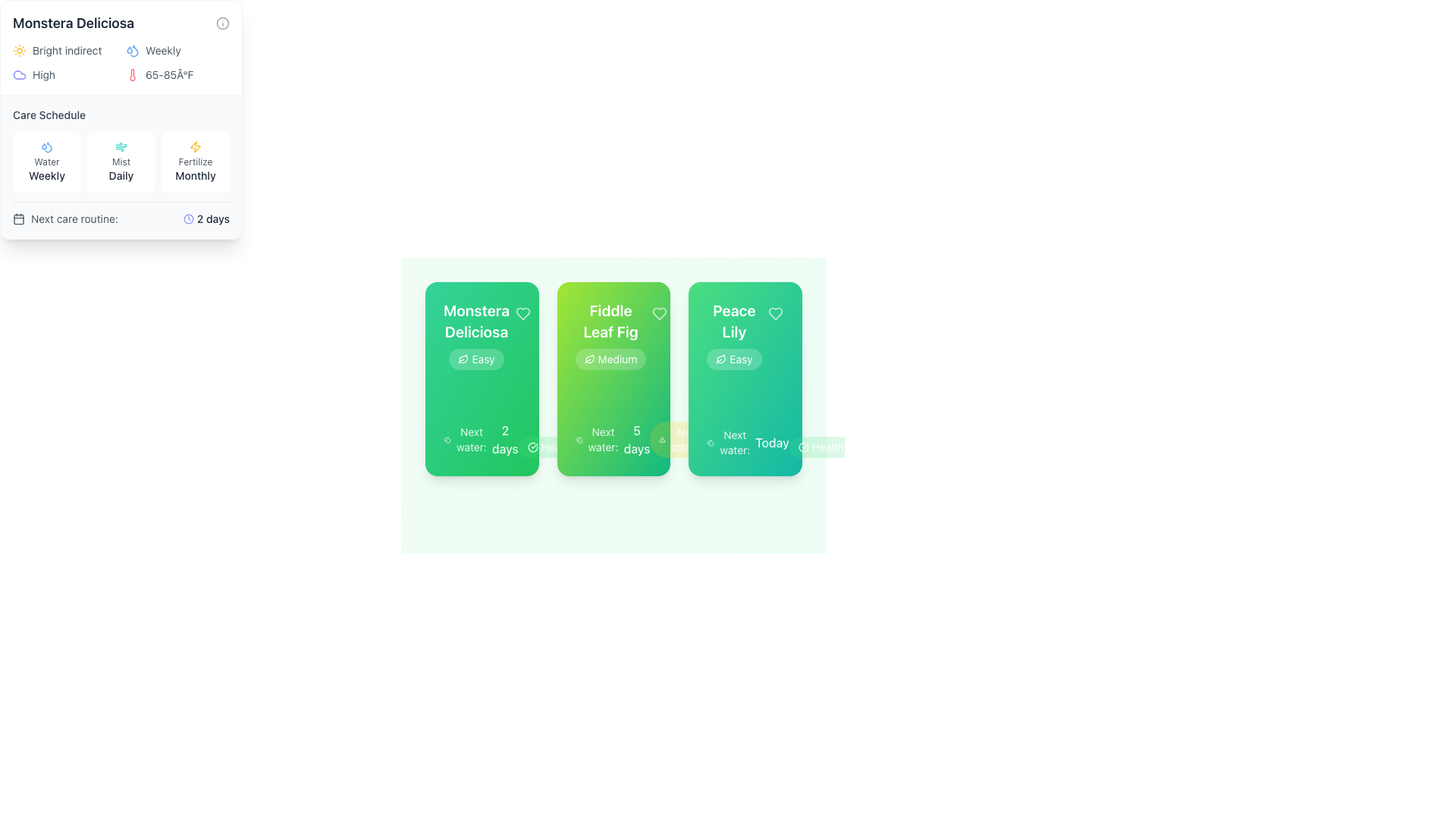 This screenshot has width=1456, height=819. I want to click on the Information card located in the first column of the grid layout, so click(481, 378).